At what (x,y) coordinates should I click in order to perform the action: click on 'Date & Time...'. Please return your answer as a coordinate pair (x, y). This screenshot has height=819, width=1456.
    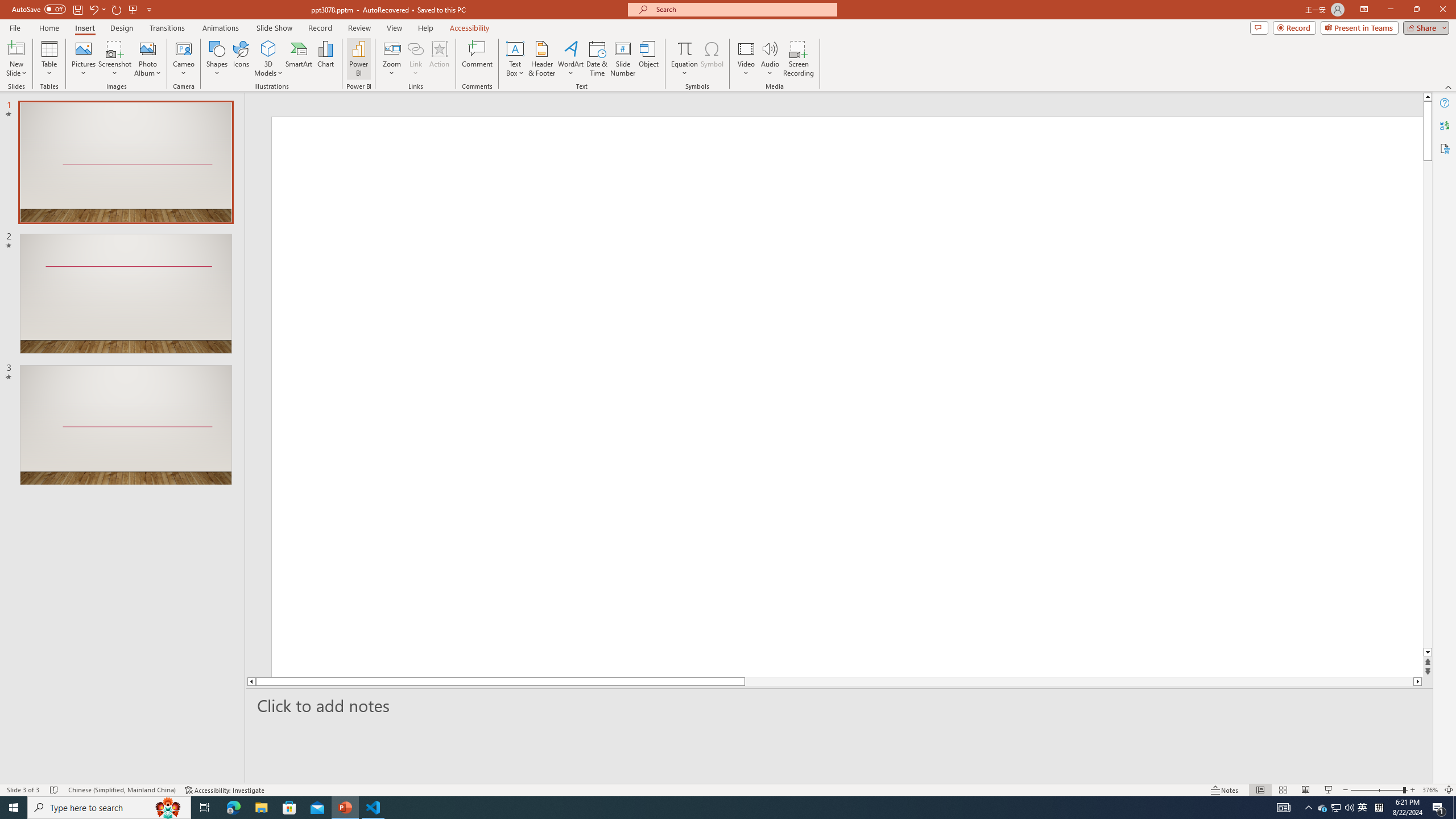
    Looking at the image, I should click on (596, 59).